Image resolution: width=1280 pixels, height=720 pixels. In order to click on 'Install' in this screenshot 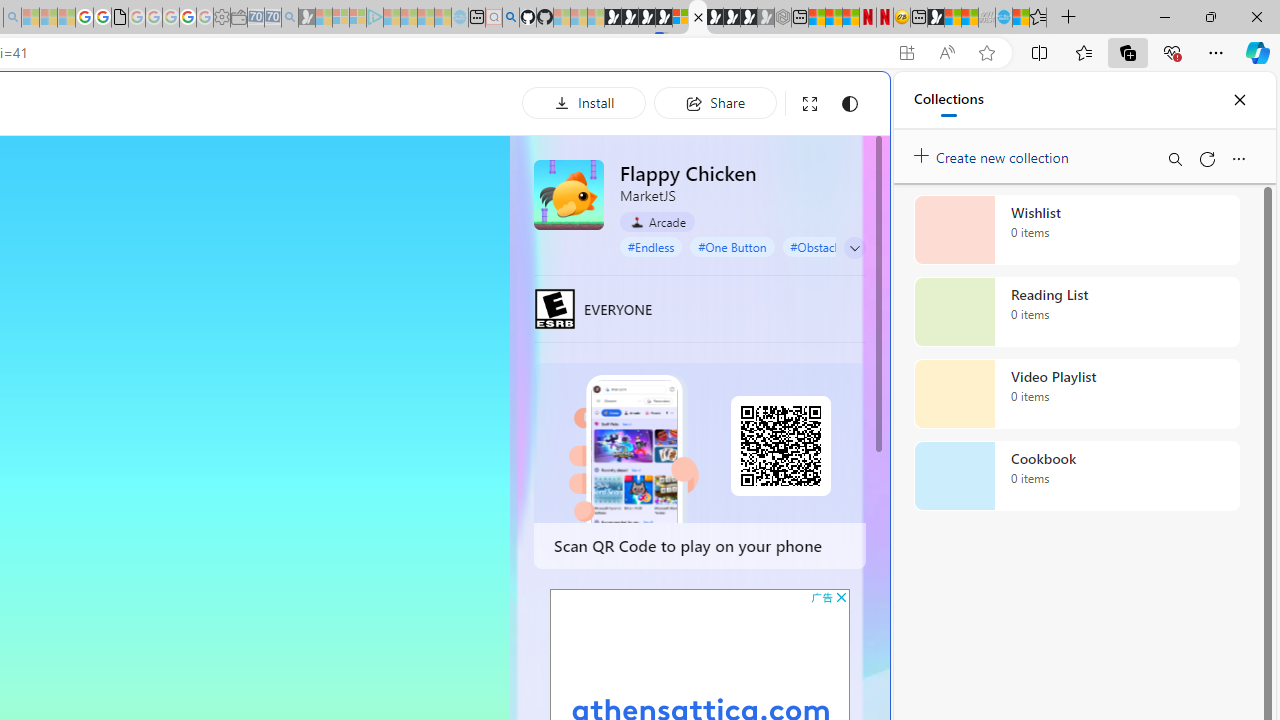, I will do `click(583, 102)`.